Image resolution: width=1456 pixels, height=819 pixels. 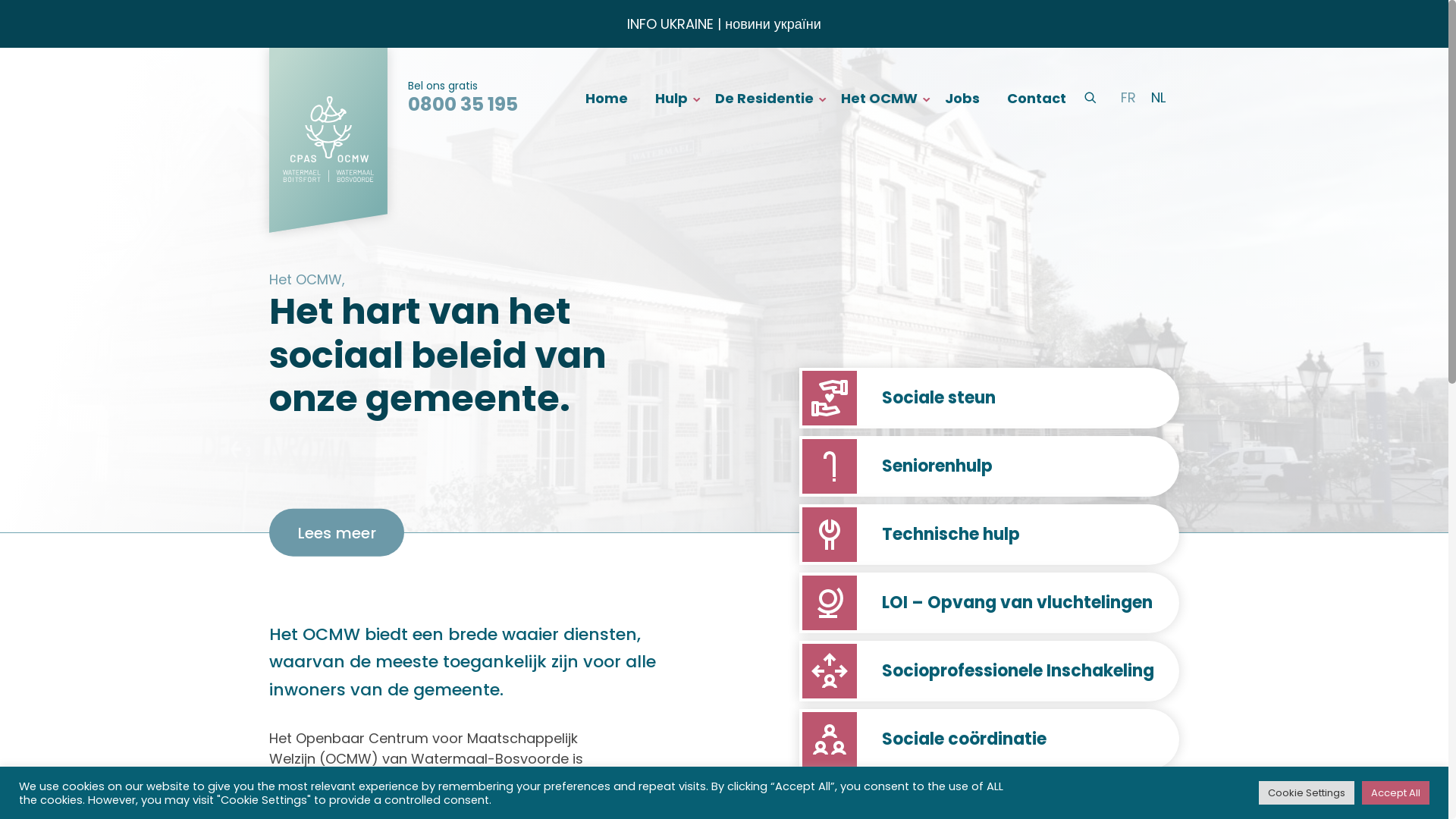 What do you see at coordinates (989, 397) in the screenshot?
I see `'Sociale steun'` at bounding box center [989, 397].